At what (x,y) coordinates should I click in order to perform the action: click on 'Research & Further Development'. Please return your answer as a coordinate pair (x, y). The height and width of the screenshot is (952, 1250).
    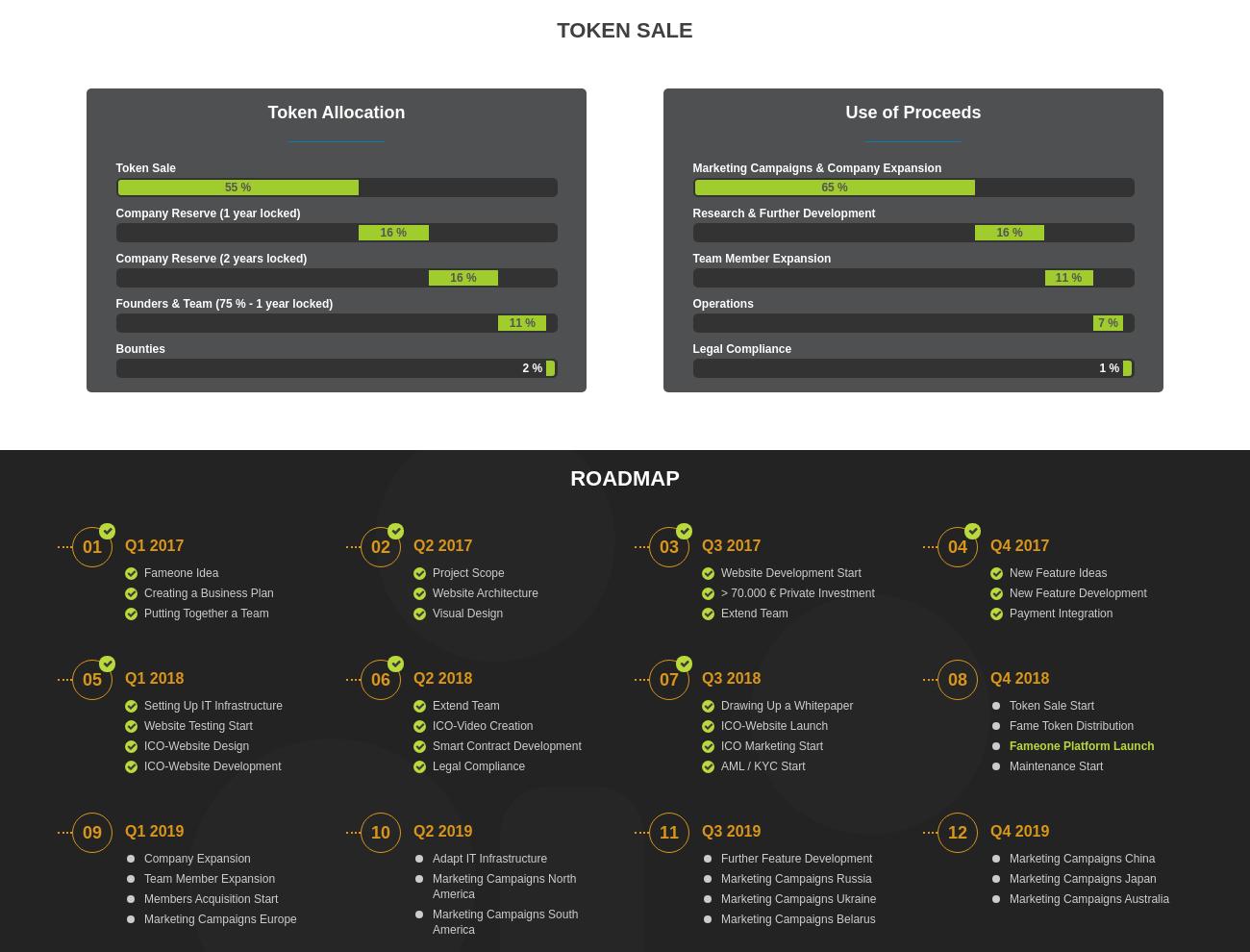
    Looking at the image, I should click on (783, 212).